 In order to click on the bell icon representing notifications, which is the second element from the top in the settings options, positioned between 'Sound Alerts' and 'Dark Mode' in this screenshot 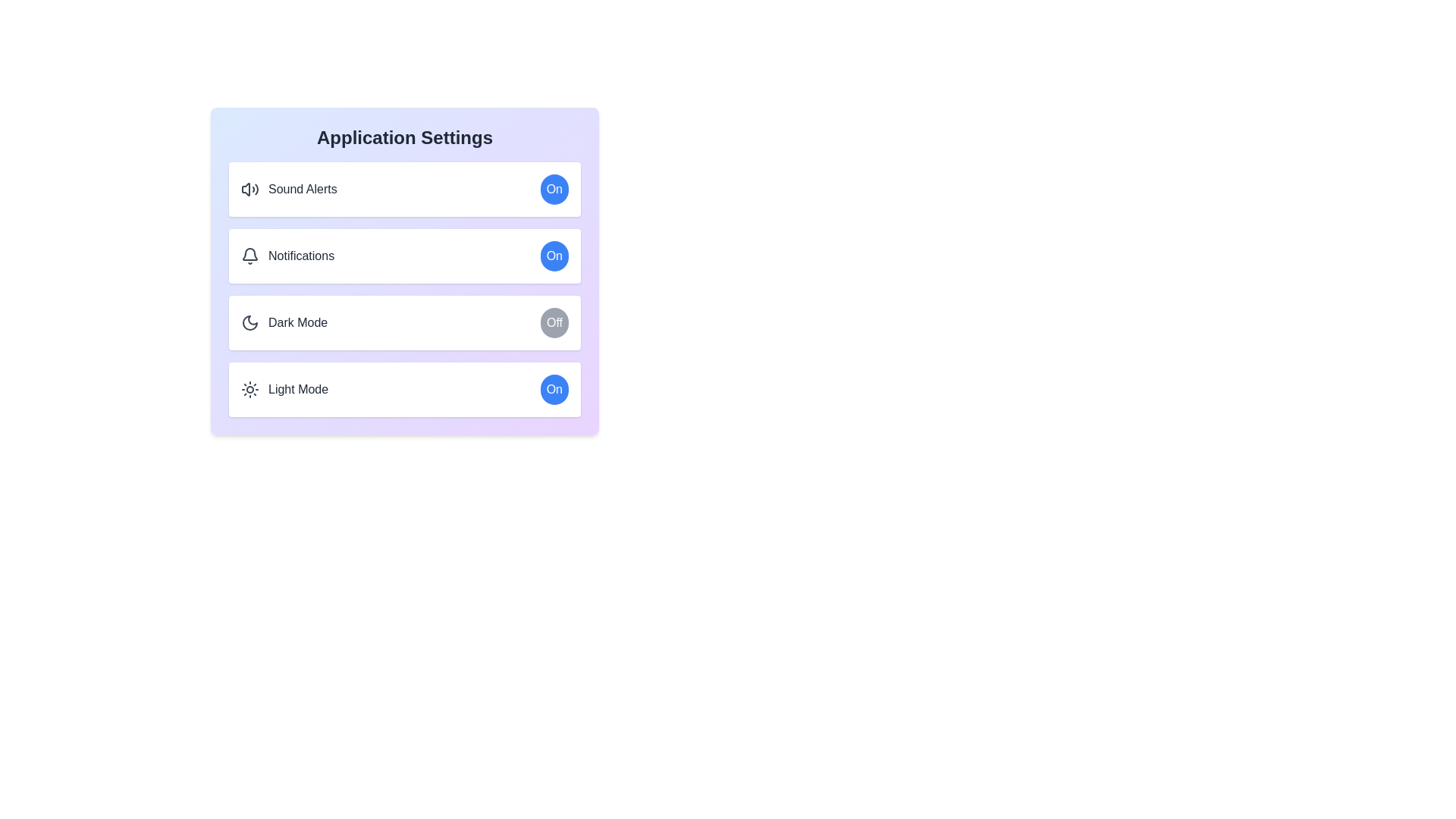, I will do `click(250, 253)`.